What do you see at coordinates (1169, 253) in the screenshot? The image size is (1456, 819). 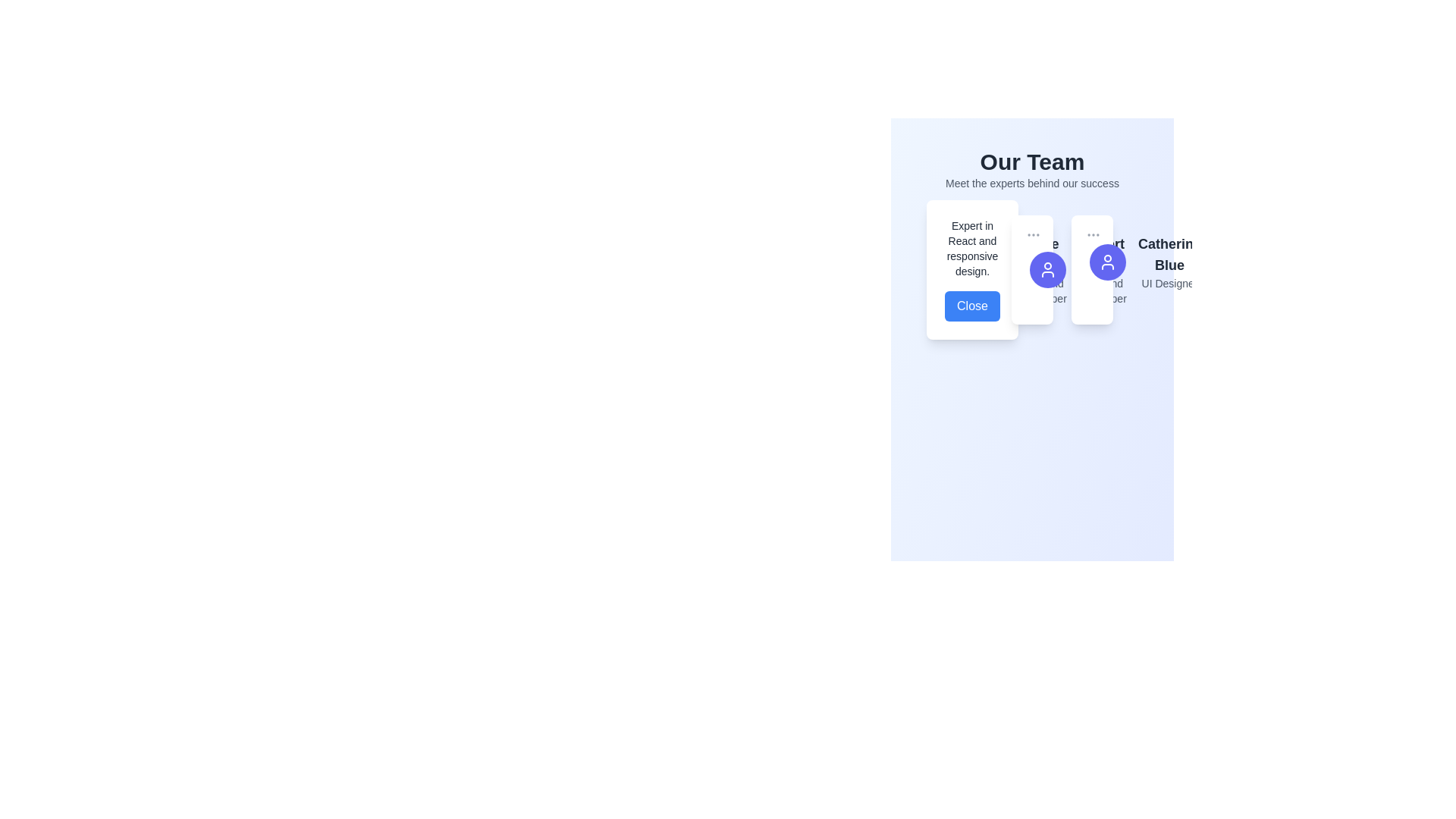 I see `the text label that displays the name of a person in the 'UI Designer' subsection, which is located near the right-center of the interface and is the top element in a vertical stack of two text elements` at bounding box center [1169, 253].